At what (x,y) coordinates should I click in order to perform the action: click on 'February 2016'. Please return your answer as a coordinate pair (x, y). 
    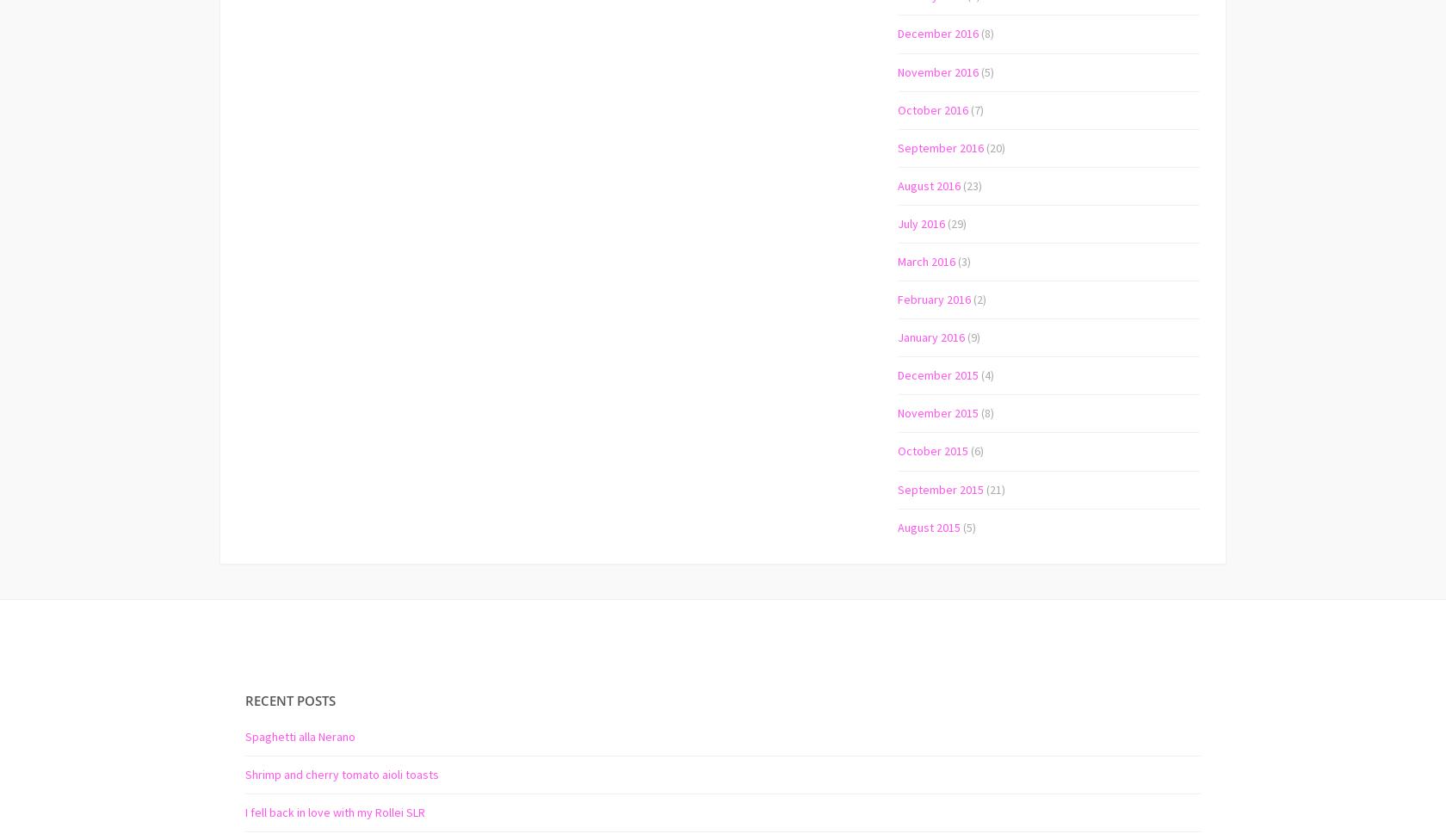
    Looking at the image, I should click on (934, 300).